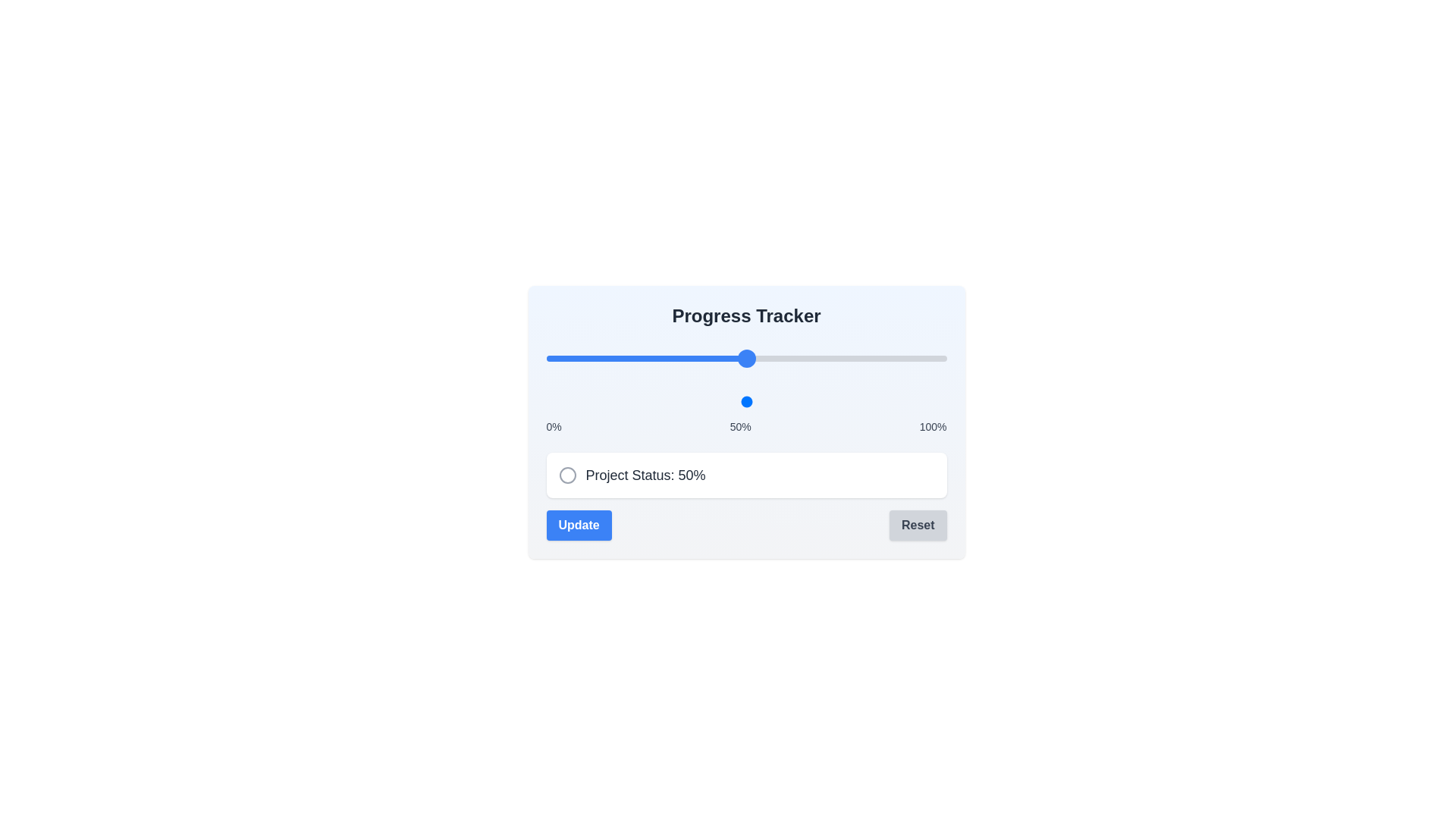  Describe the element at coordinates (842, 359) in the screenshot. I see `the progress slider to set the progress to 74%` at that location.